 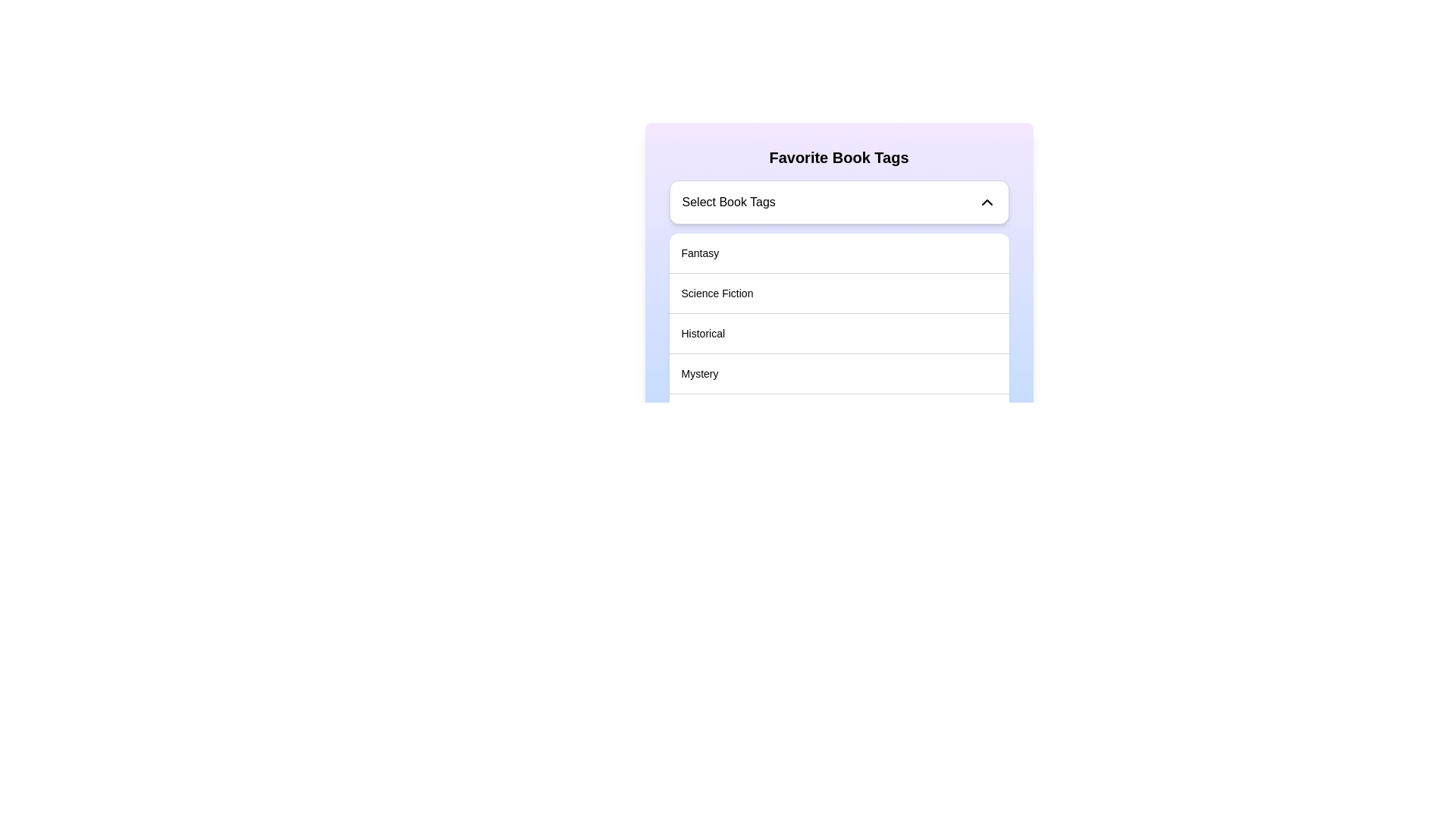 What do you see at coordinates (838, 290) in the screenshot?
I see `the second row of selectable options labeled 'Science Fiction' in the 'Favorite Book Tags' panel to interact with it` at bounding box center [838, 290].